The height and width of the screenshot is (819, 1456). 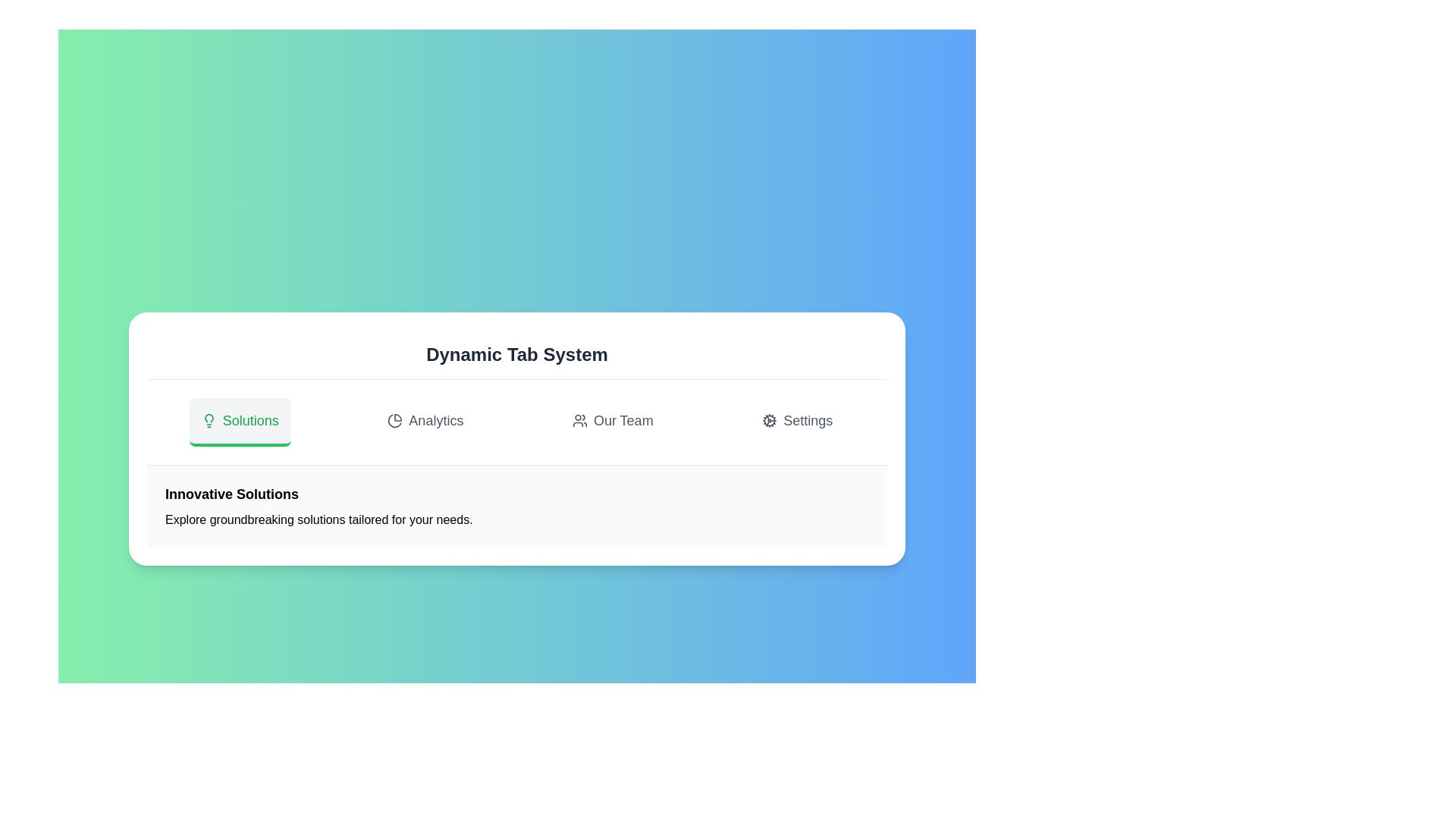 I want to click on the 'Settings' button located, so click(x=796, y=422).